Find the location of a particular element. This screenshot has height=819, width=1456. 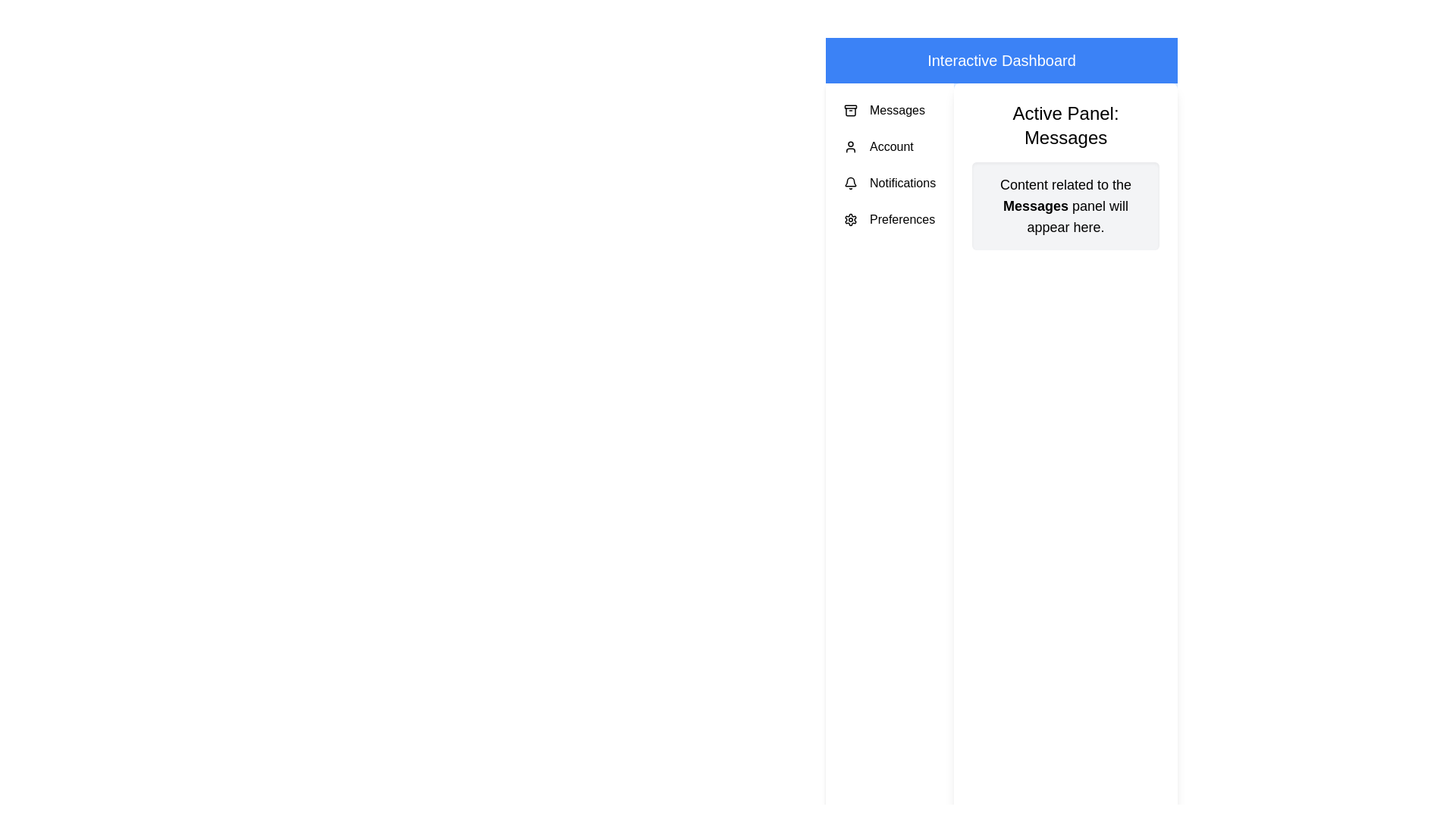

the panel labeled Messages in the sidebar is located at coordinates (890, 110).